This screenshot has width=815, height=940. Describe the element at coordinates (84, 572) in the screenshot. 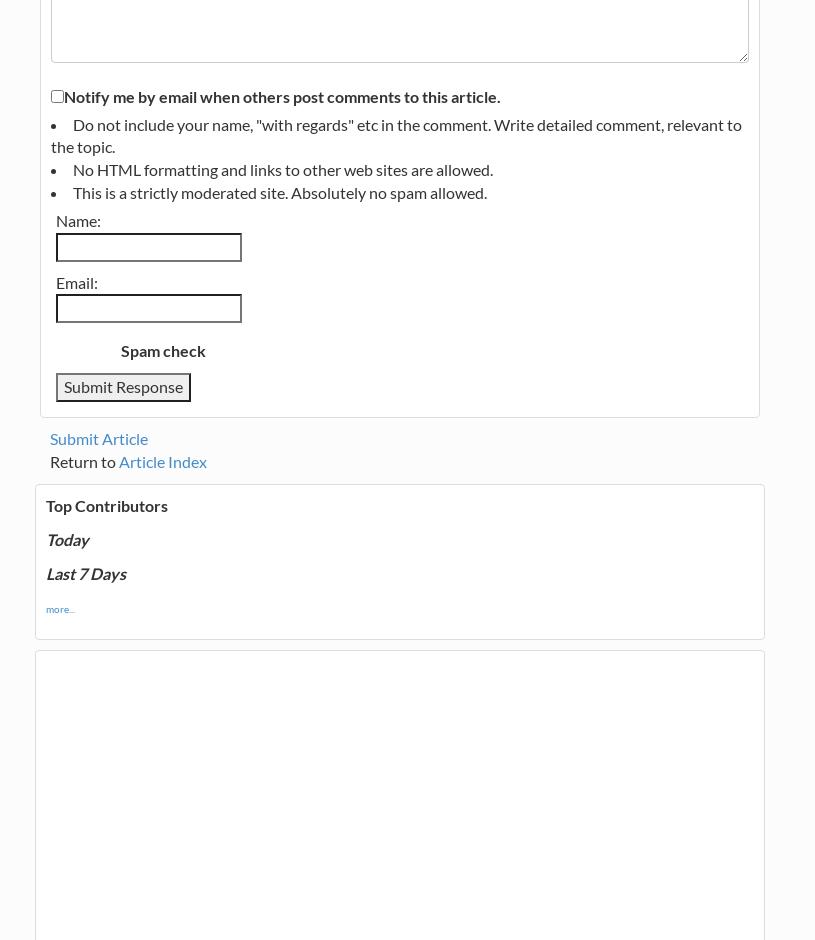

I see `'Last 7 Days'` at that location.